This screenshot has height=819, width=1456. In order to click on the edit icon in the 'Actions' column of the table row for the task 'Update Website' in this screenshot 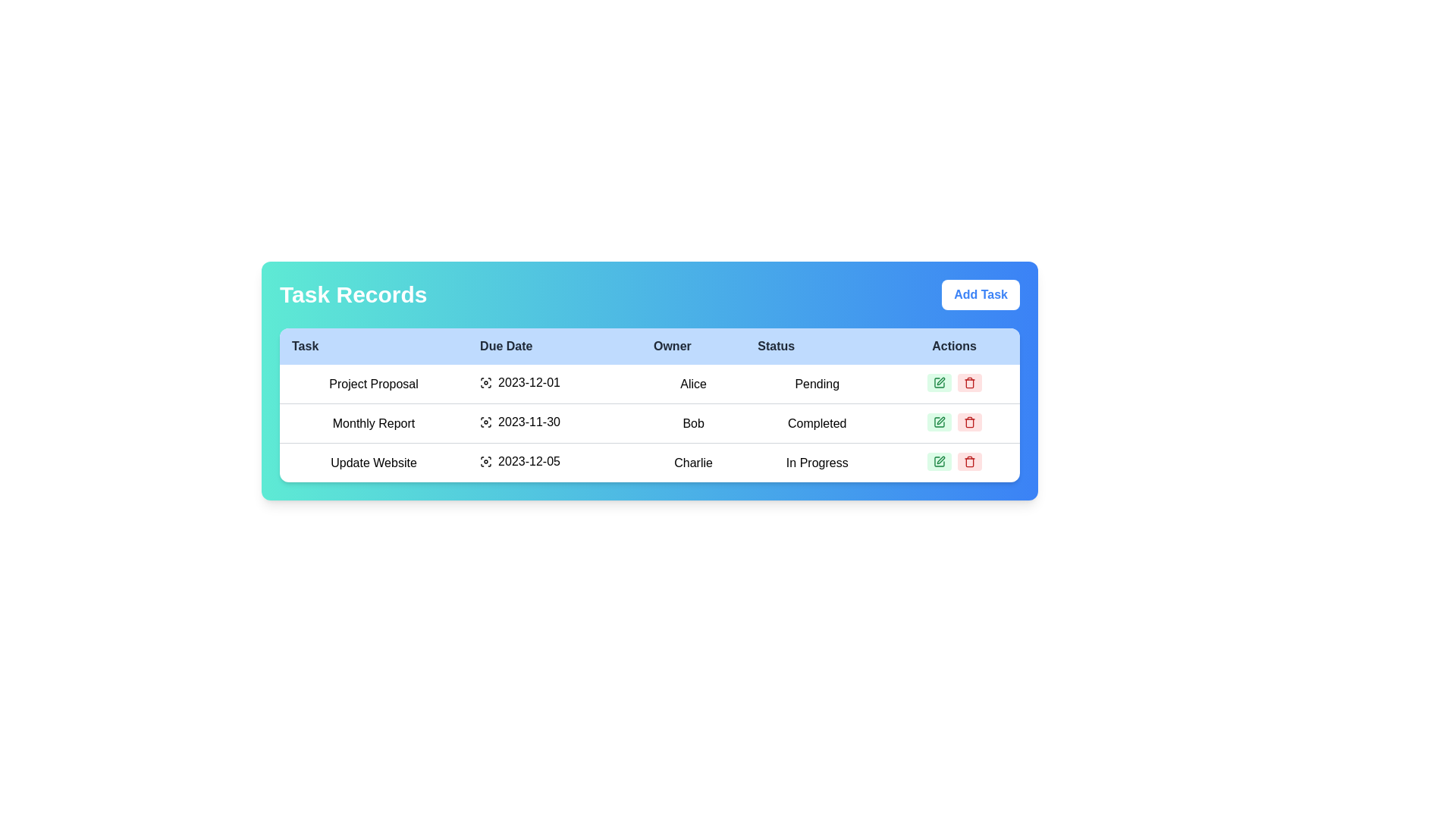, I will do `click(938, 422)`.